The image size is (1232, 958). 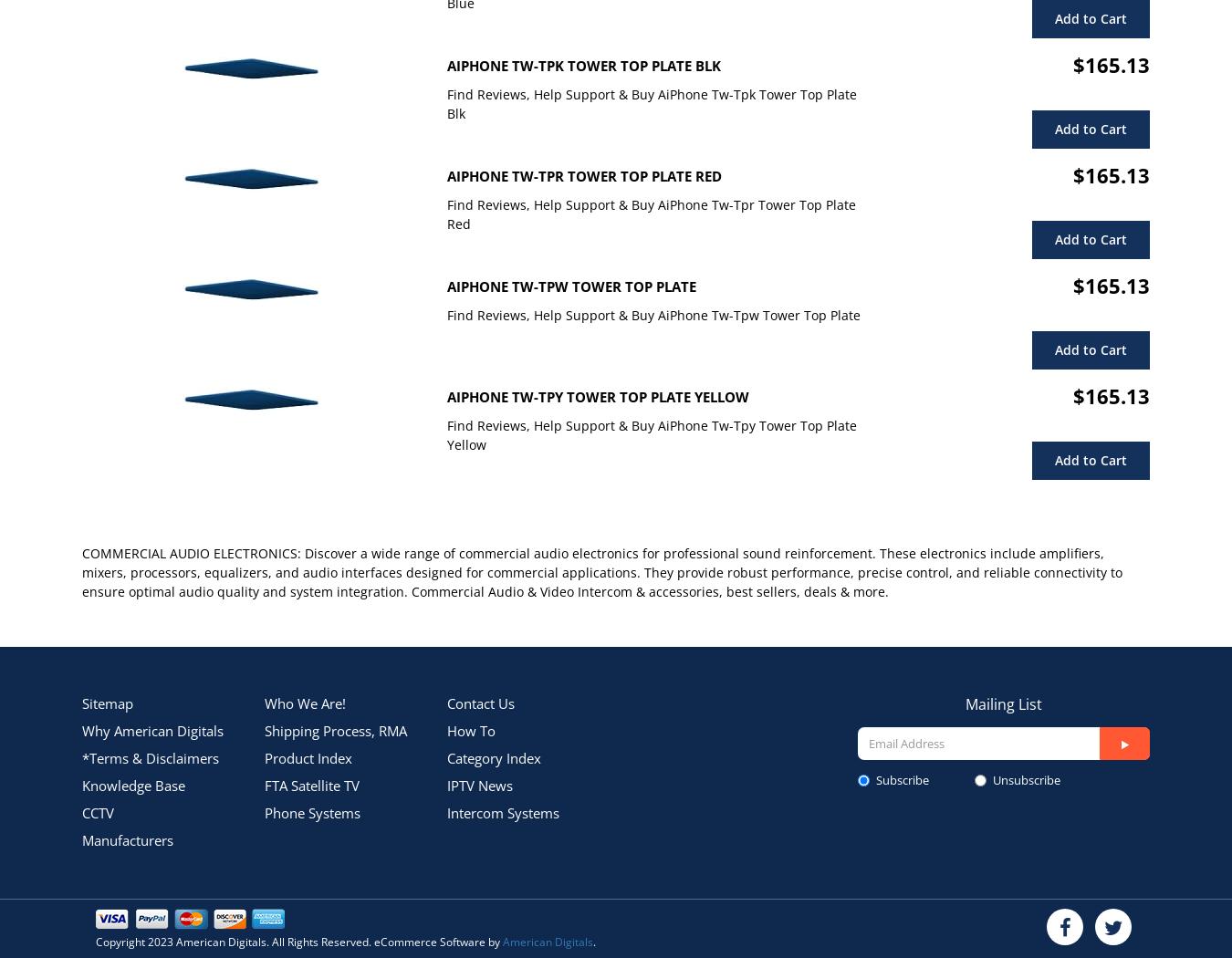 I want to click on 'Copyright', so click(x=121, y=941).